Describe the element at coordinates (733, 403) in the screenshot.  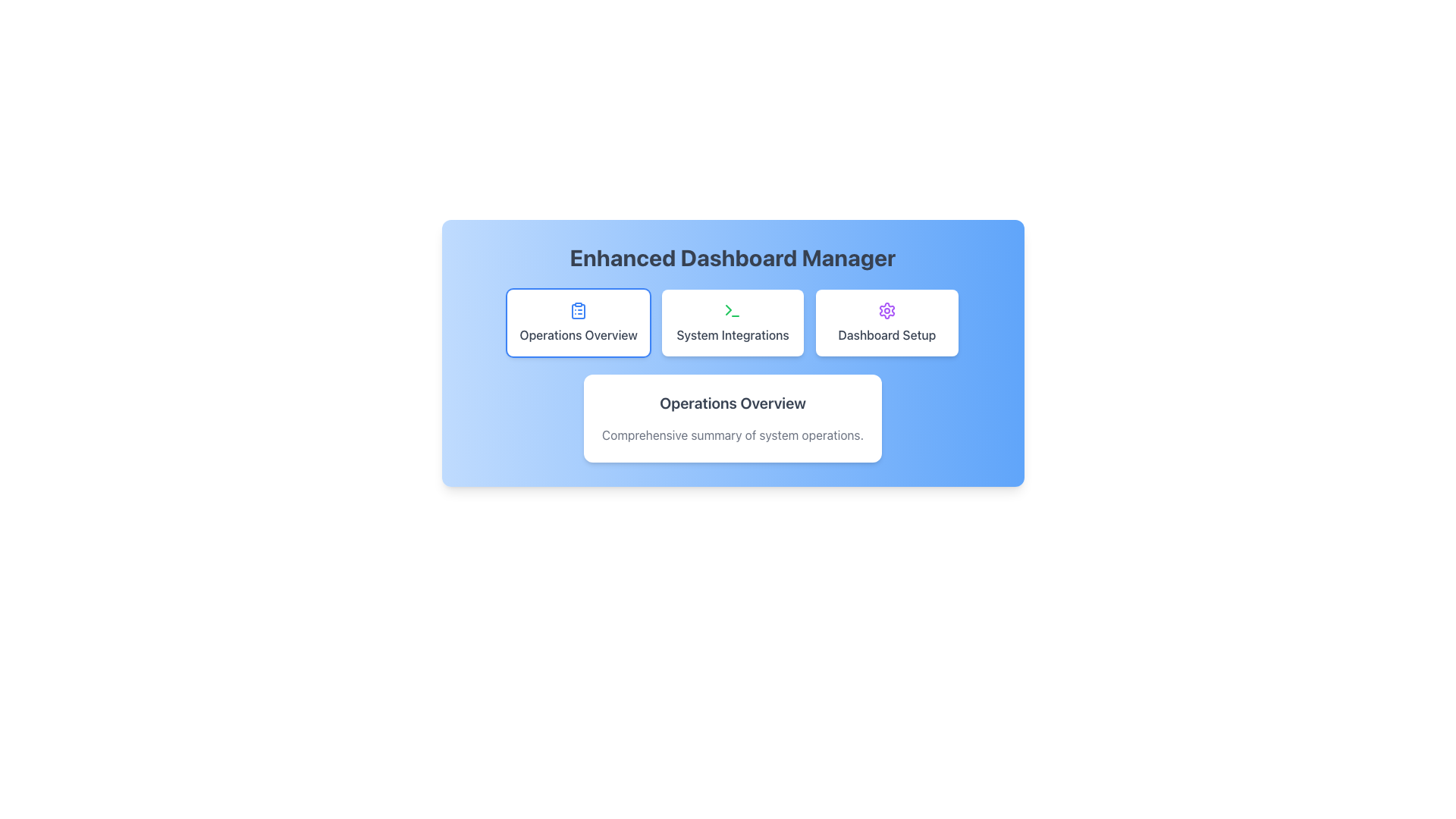
I see `the static text label displaying 'Operations Overview' which is centrally positioned in the card layout of the Enhanced Dashboard Manager interface` at that location.